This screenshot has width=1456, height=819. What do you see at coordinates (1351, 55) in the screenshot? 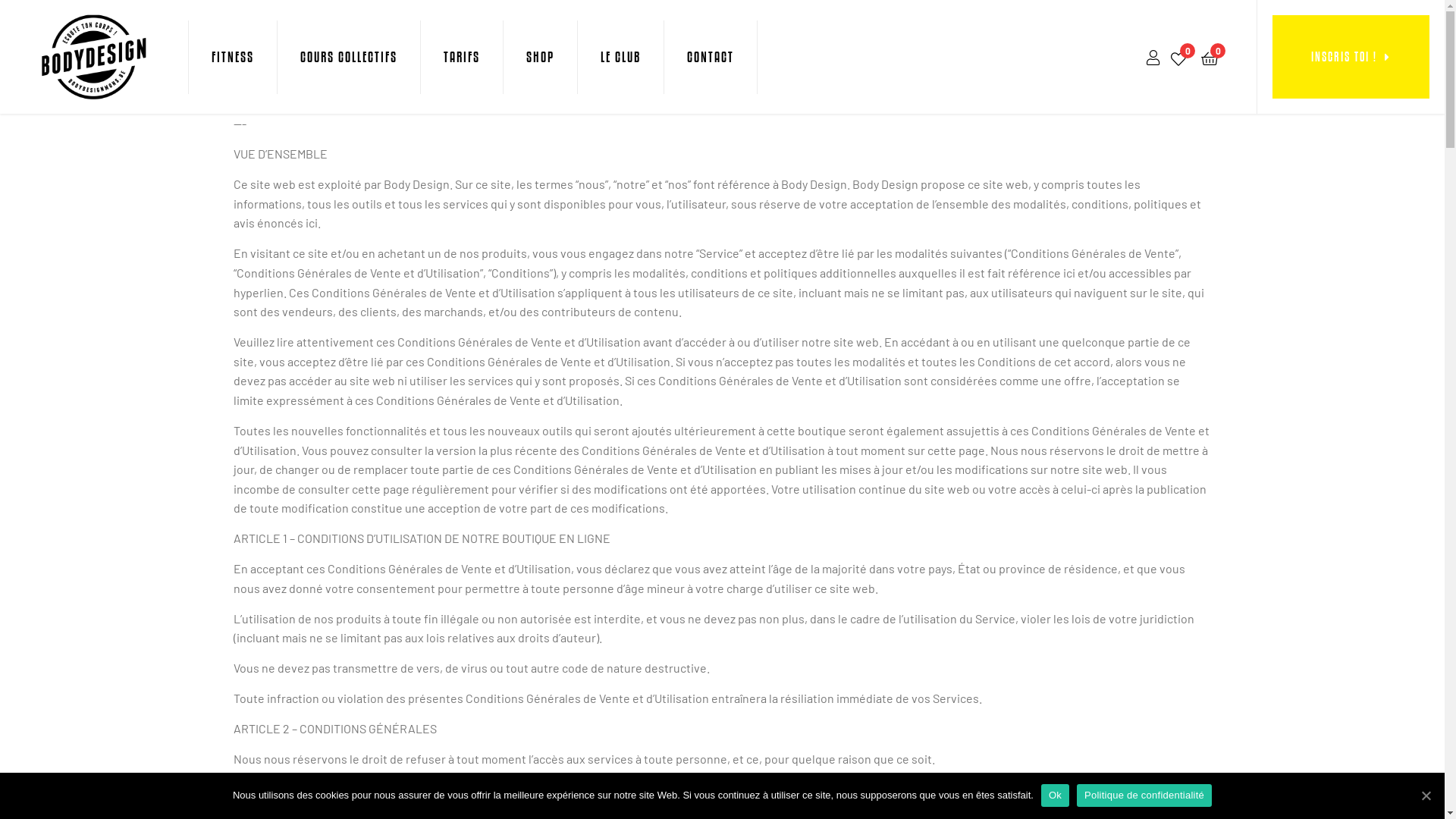
I see `'INSCRIS TOI !'` at bounding box center [1351, 55].